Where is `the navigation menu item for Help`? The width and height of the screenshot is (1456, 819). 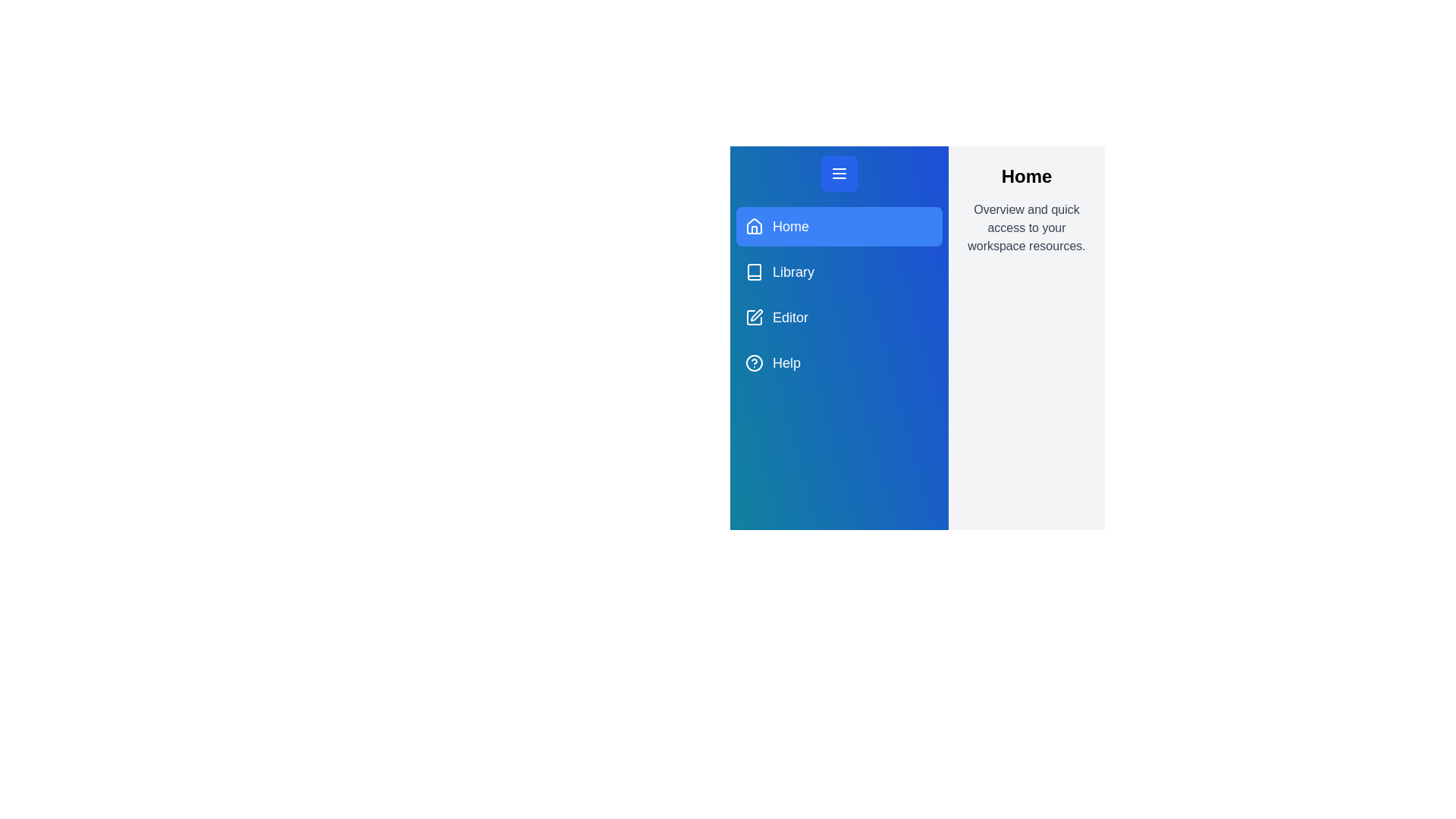
the navigation menu item for Help is located at coordinates (839, 362).